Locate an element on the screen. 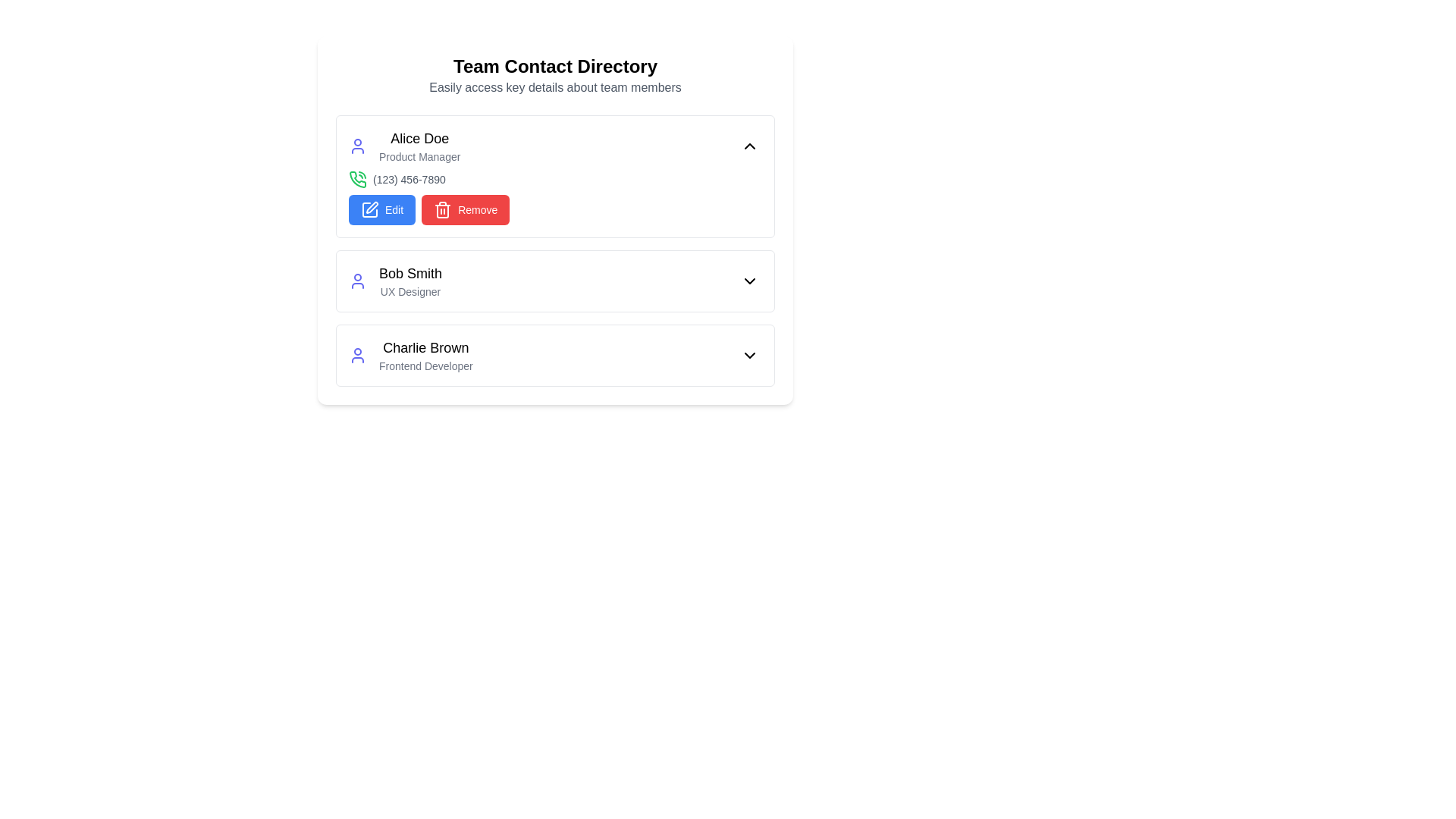  the text label displaying the phone number '(123) 456-7890', which is located next to a green phone icon in the contact information block for 'Alice Doe' is located at coordinates (409, 178).